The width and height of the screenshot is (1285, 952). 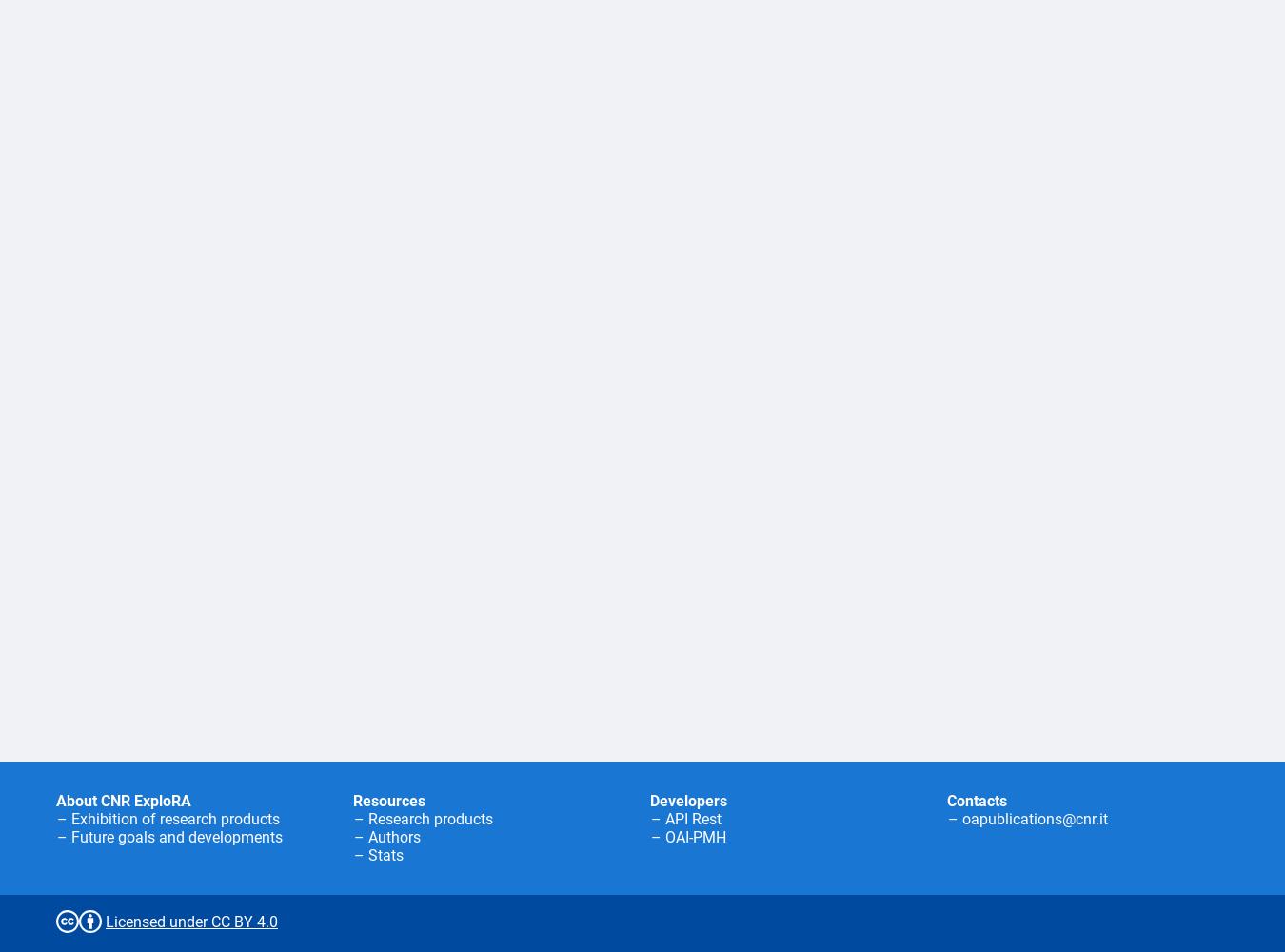 What do you see at coordinates (70, 837) in the screenshot?
I see `'Future goals and developments'` at bounding box center [70, 837].